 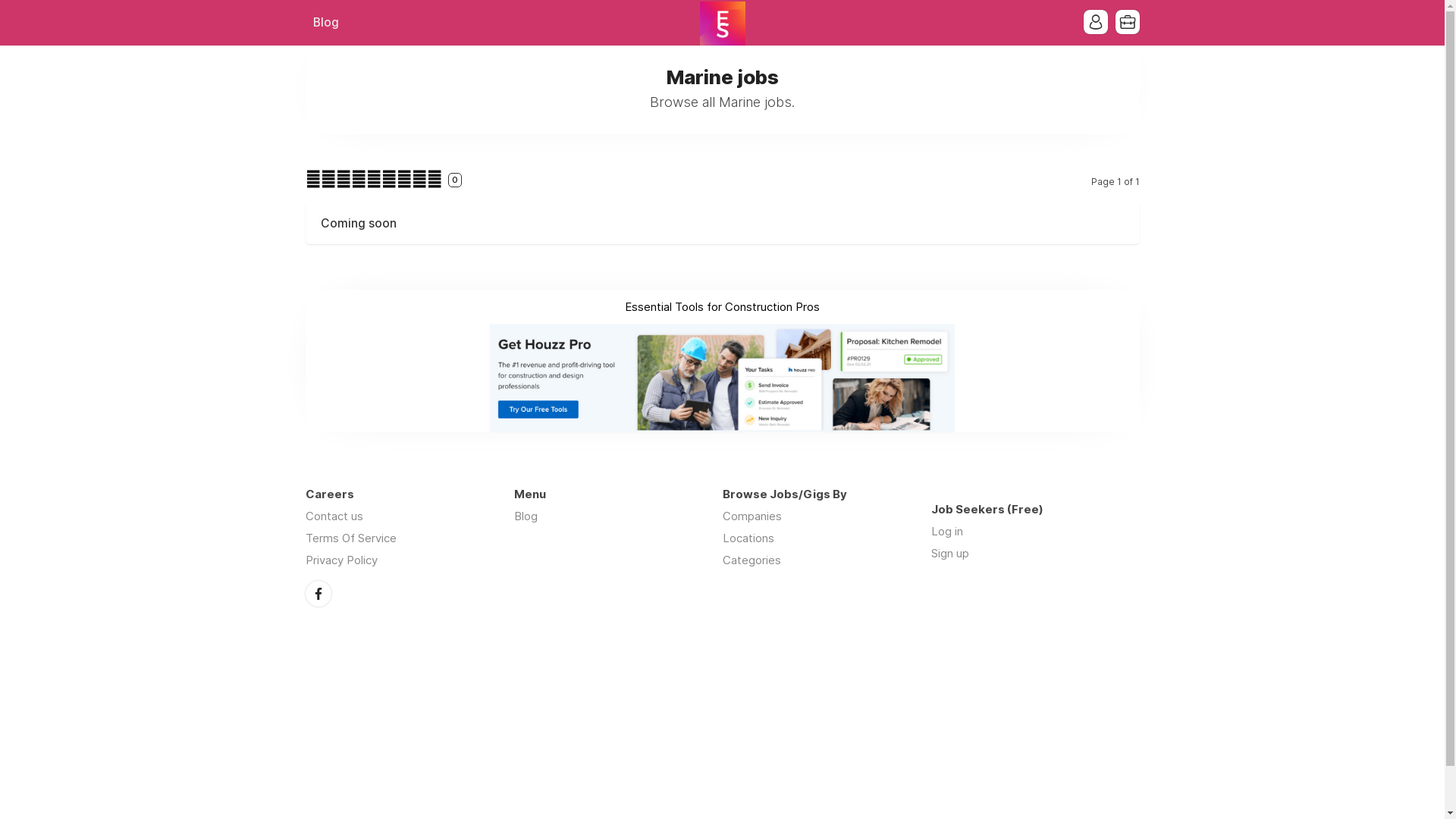 I want to click on 'Facebook', so click(x=304, y=593).